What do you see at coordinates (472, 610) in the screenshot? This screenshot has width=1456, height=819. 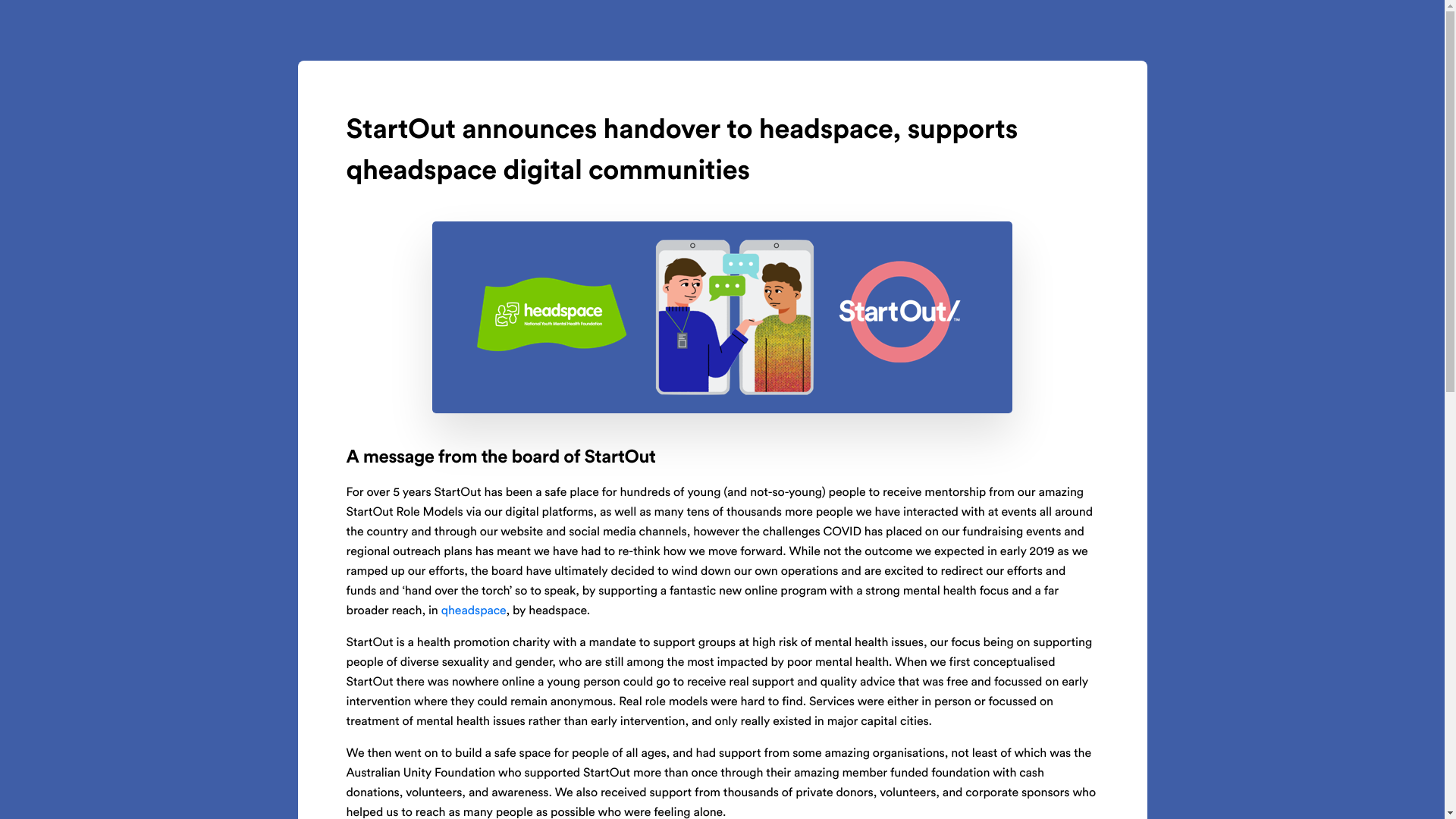 I see `'qheadspace'` at bounding box center [472, 610].